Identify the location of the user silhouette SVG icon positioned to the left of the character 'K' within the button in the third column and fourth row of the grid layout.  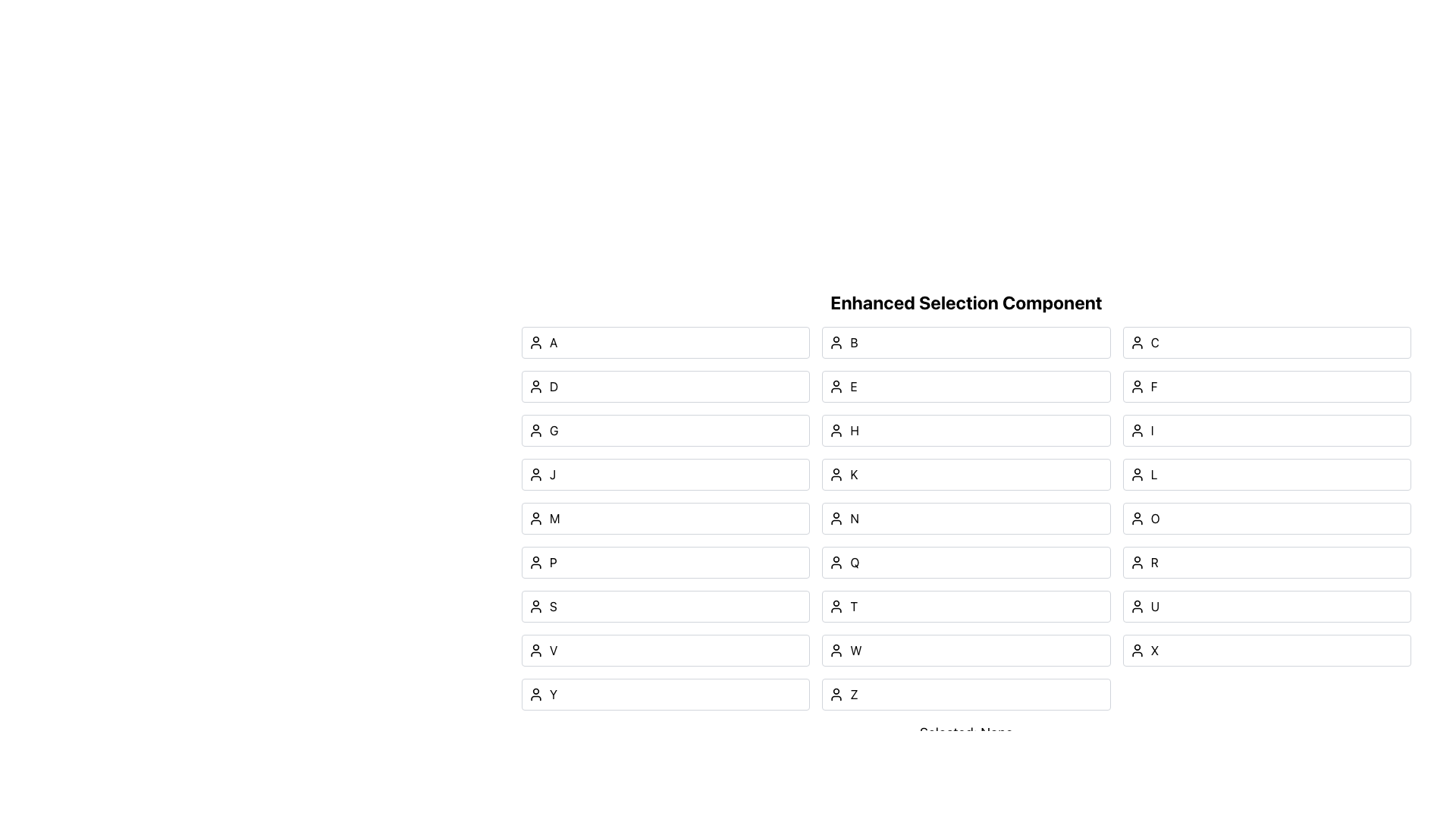
(836, 473).